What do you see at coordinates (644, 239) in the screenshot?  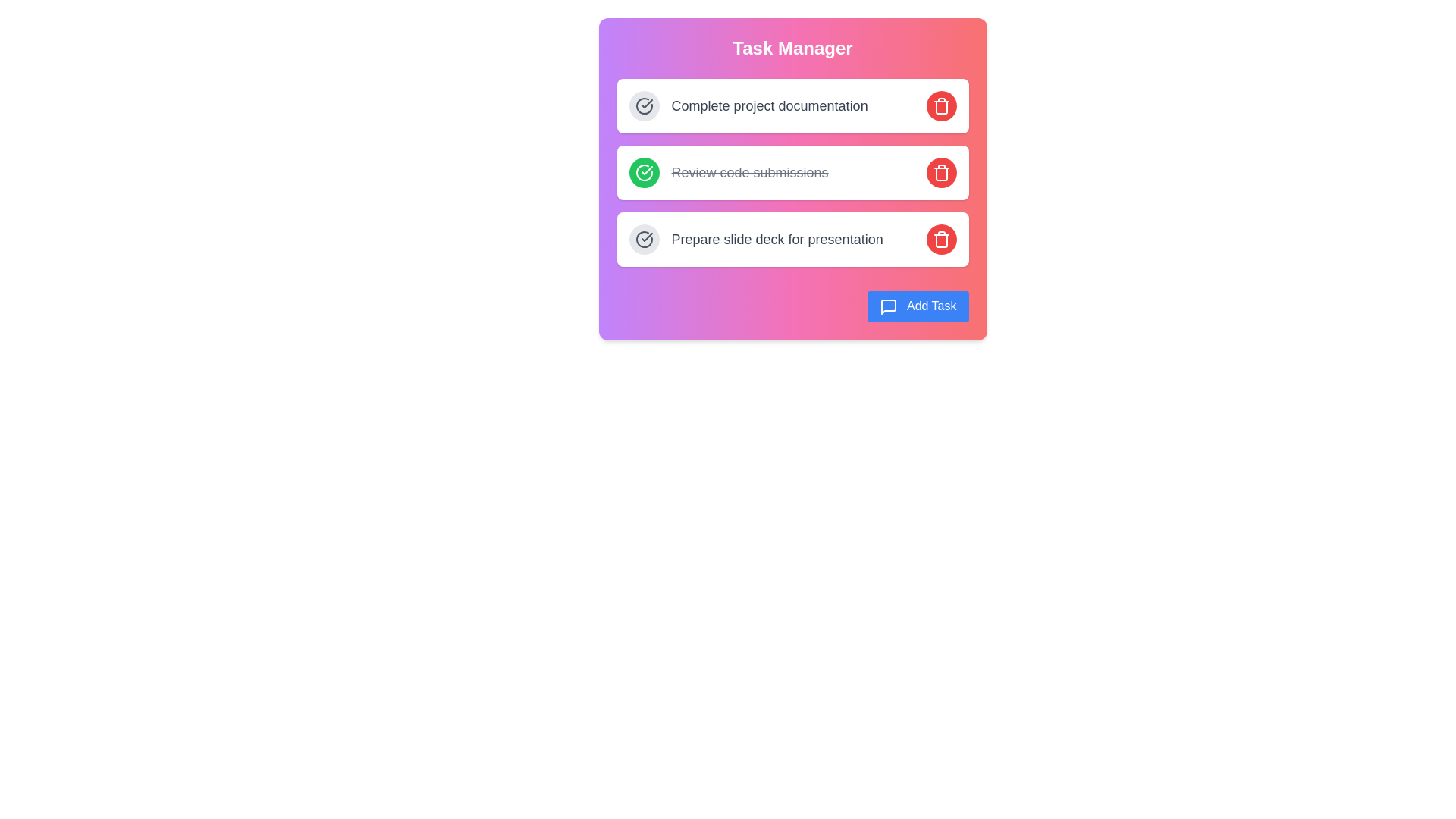 I see `the toggle button styled as a status icon indicating the task's completion state for the 'Prepare slide deck for presentation' task` at bounding box center [644, 239].